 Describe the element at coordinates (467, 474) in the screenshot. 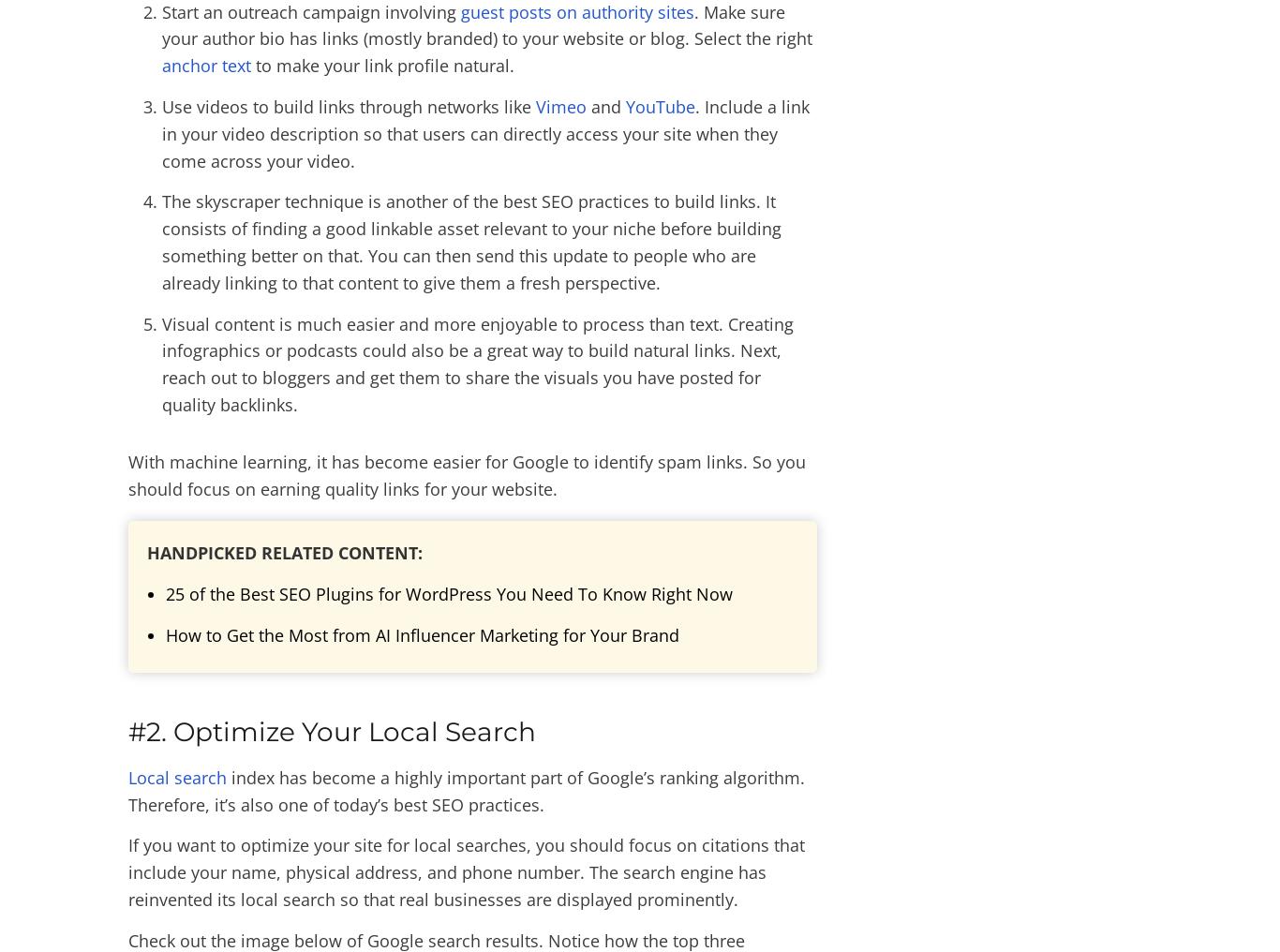

I see `'With machine learning, it has become easier for Google to identify spam links. So you should focus on earning quality links for your website.'` at that location.